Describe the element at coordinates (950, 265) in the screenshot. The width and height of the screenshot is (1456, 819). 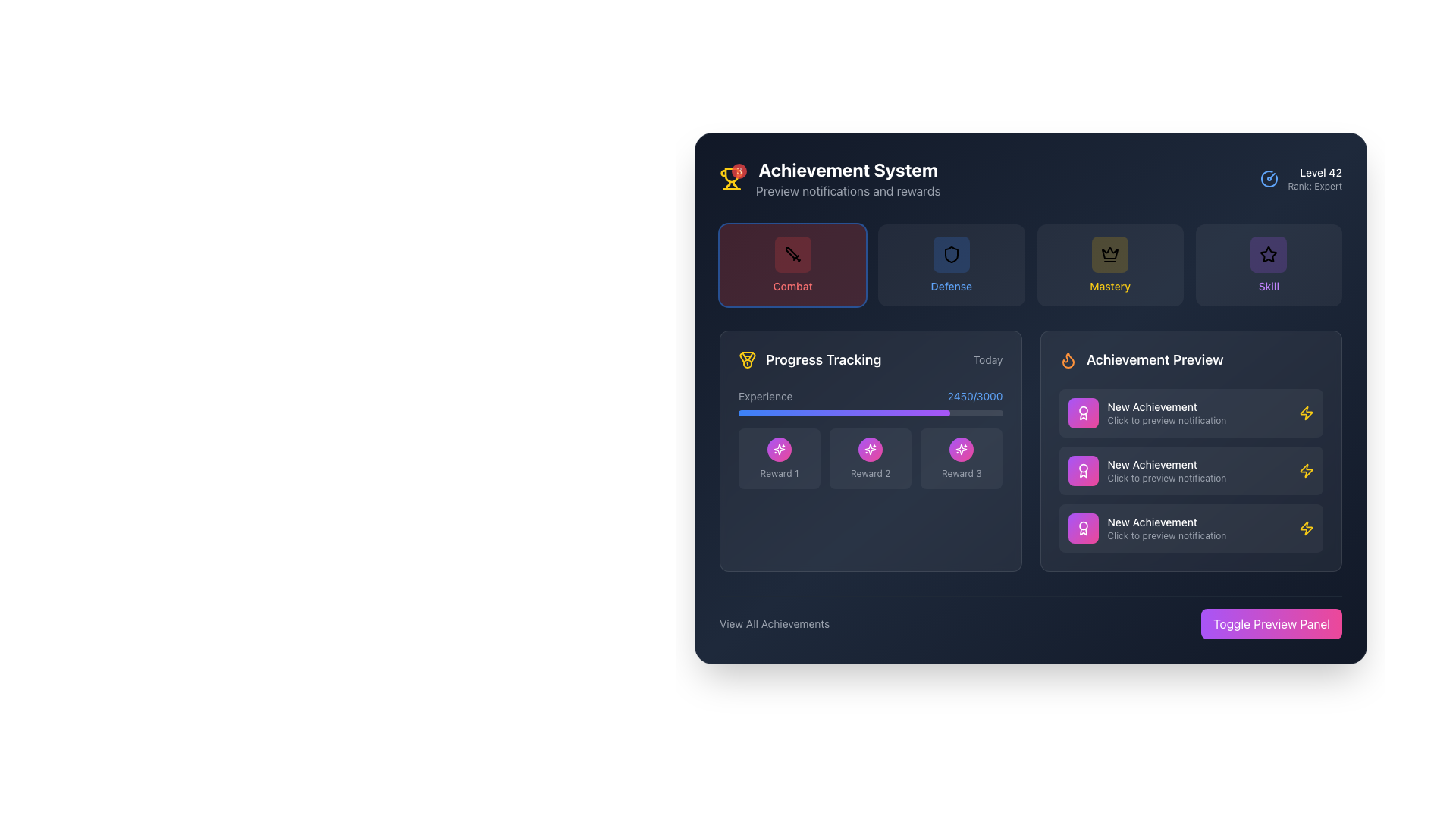
I see `the second interactive button labeled 'Defense' located between the 'Combat' button on the left and the 'Mastery' button on the right` at that location.